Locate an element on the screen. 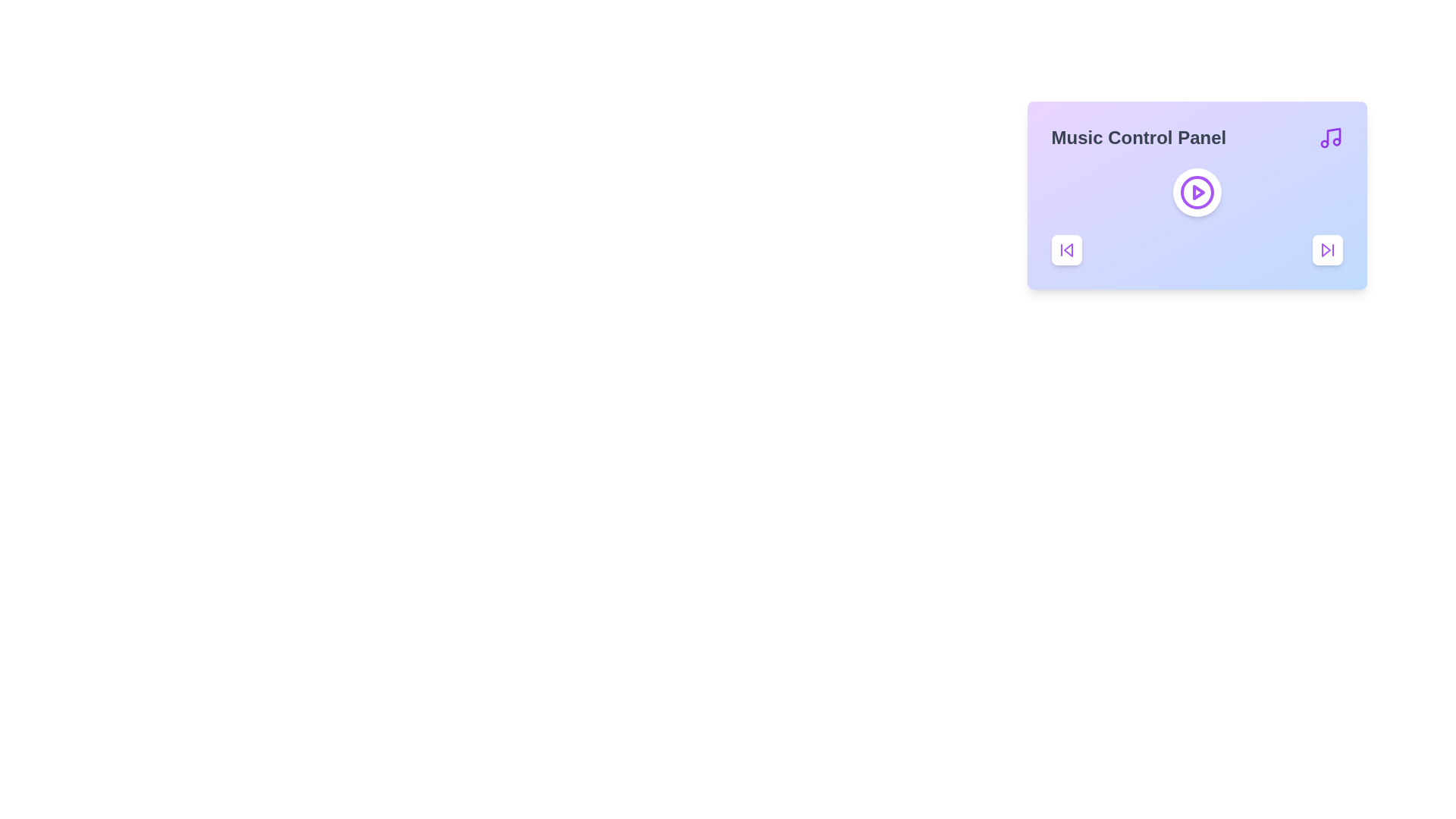  the circular play button with a purple outline and white fill, located in the Music Control Panel, to play media is located at coordinates (1196, 192).